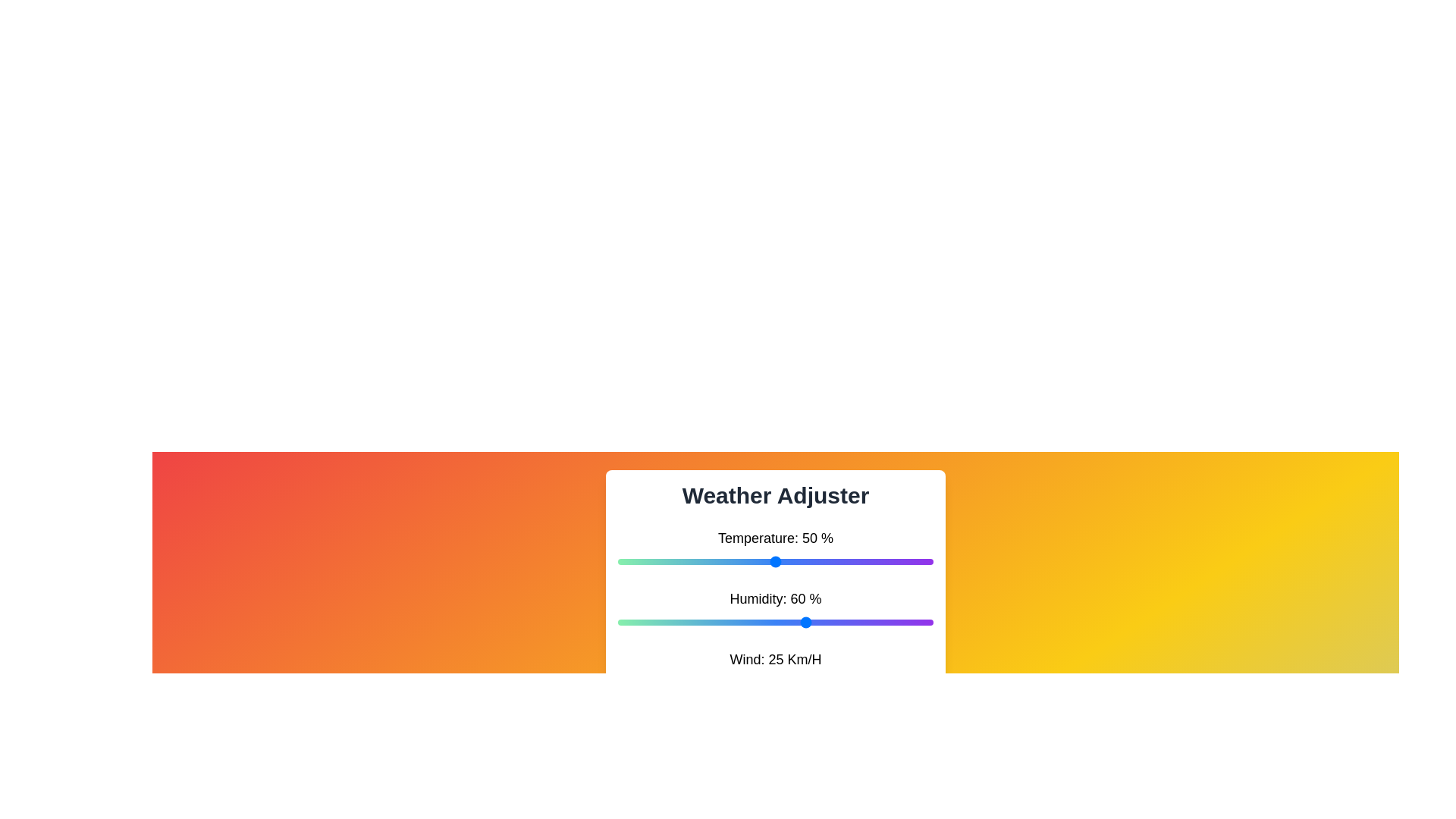  I want to click on the wind speed to 44 km/h by adjusting the slider, so click(757, 683).